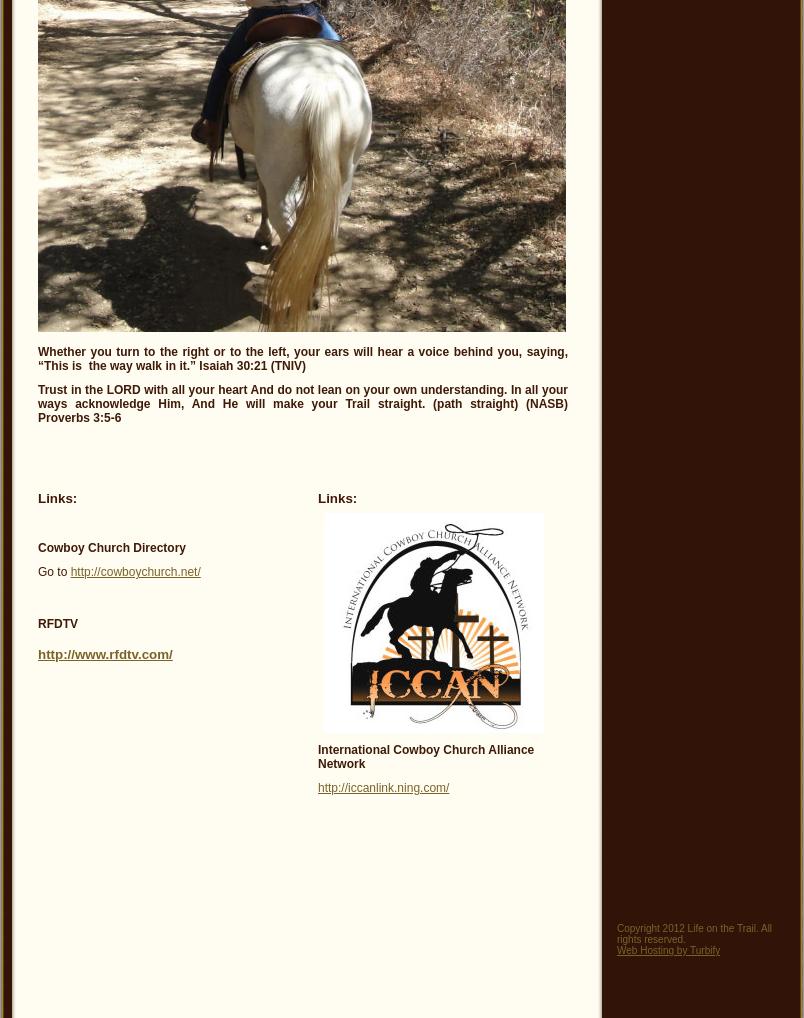 The height and width of the screenshot is (1018, 804). I want to click on 'http://iccanlink.ning.com/', so click(317, 788).